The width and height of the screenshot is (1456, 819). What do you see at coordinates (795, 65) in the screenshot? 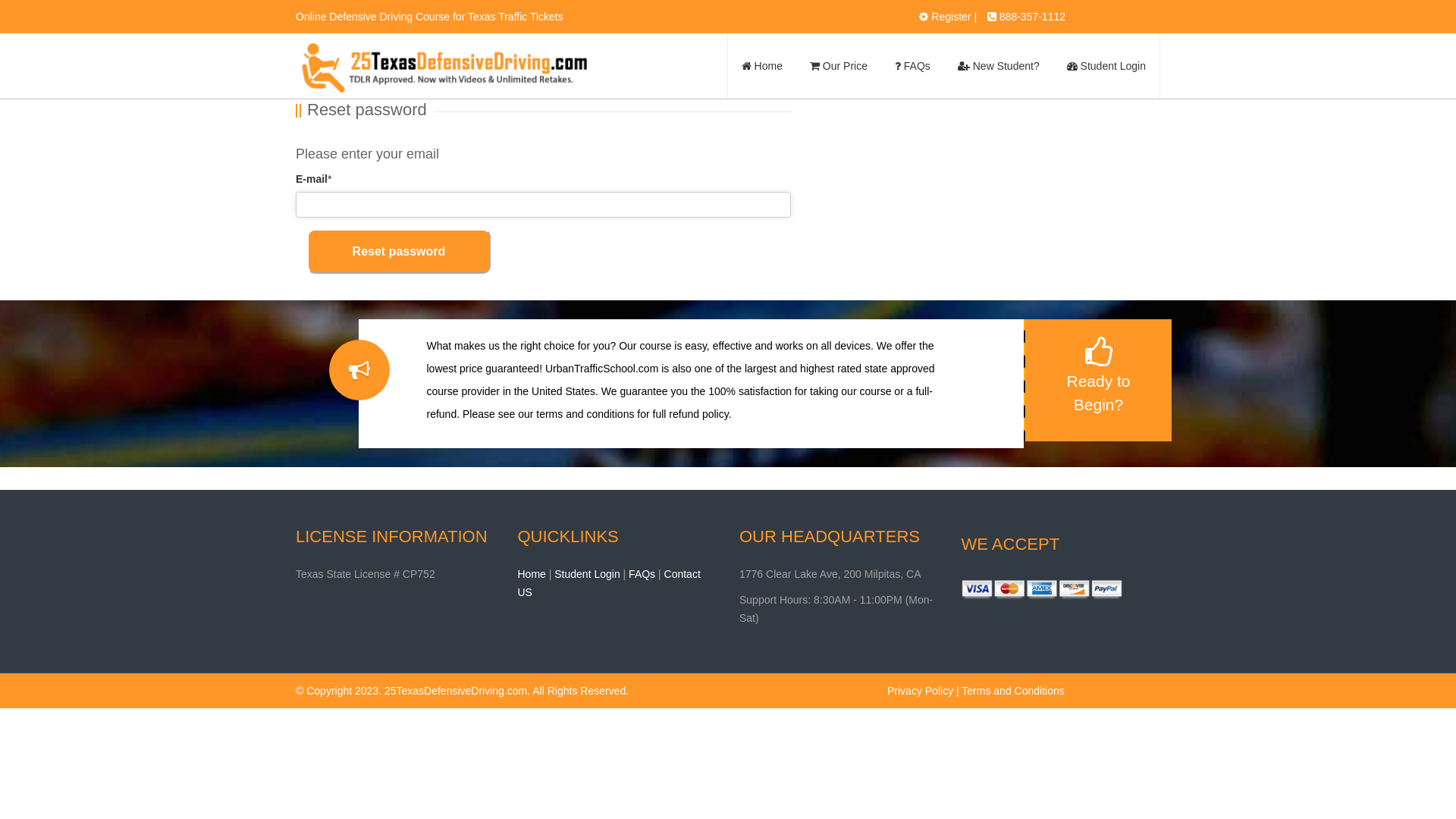
I see `'Our Price'` at bounding box center [795, 65].